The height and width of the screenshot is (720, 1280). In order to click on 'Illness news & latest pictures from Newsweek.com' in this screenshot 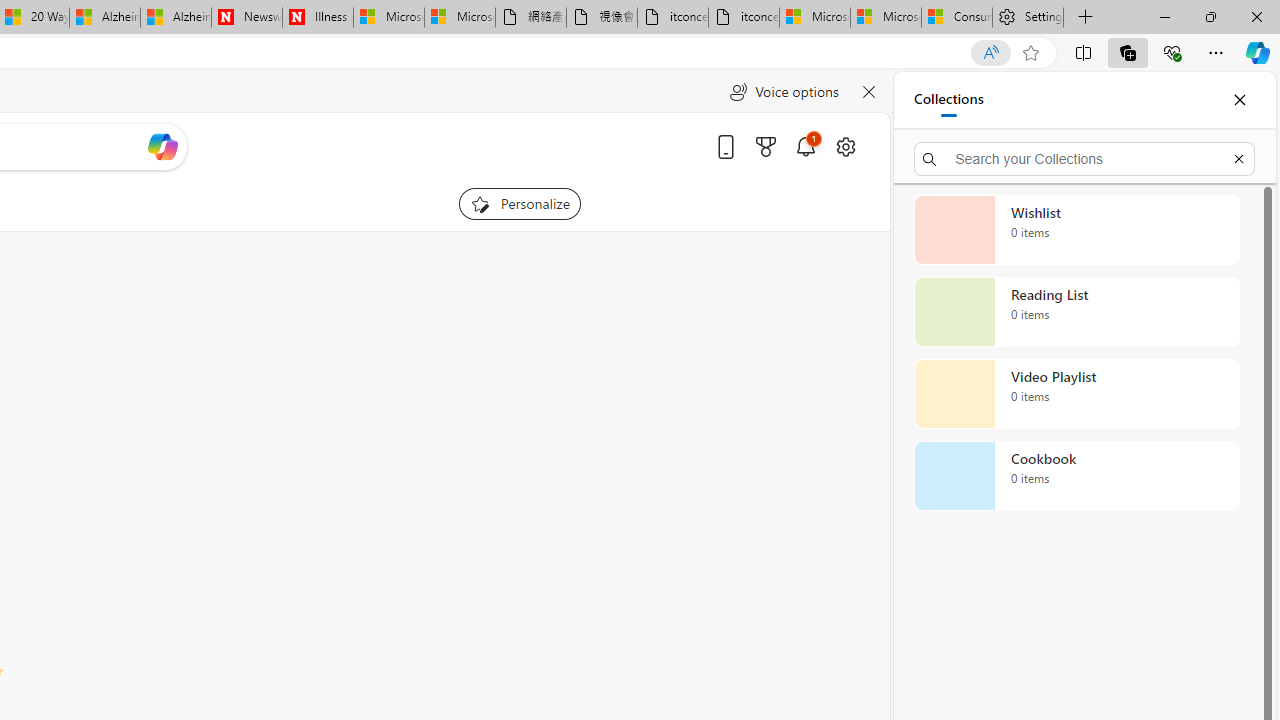, I will do `click(317, 17)`.